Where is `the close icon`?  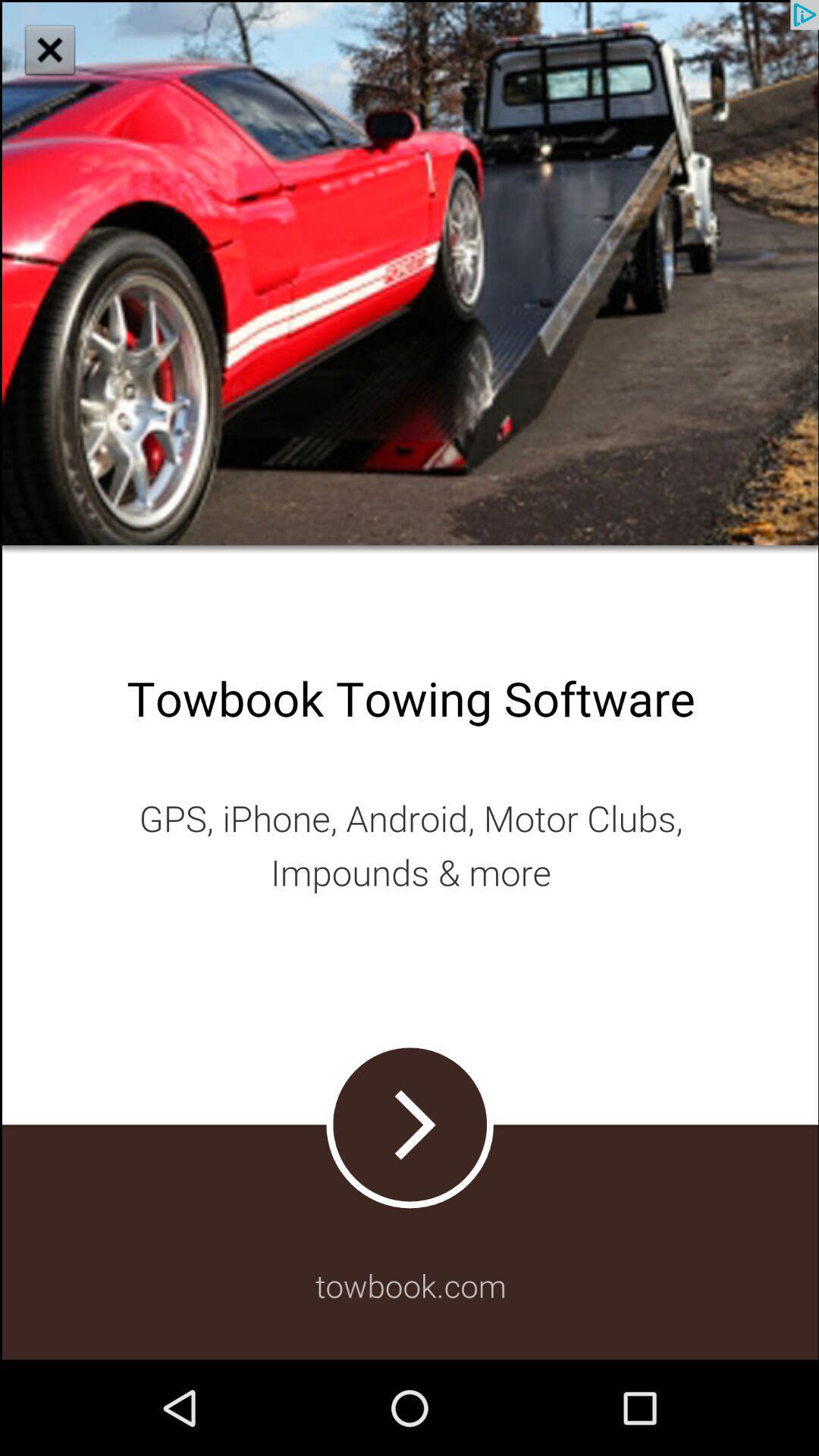
the close icon is located at coordinates (49, 53).